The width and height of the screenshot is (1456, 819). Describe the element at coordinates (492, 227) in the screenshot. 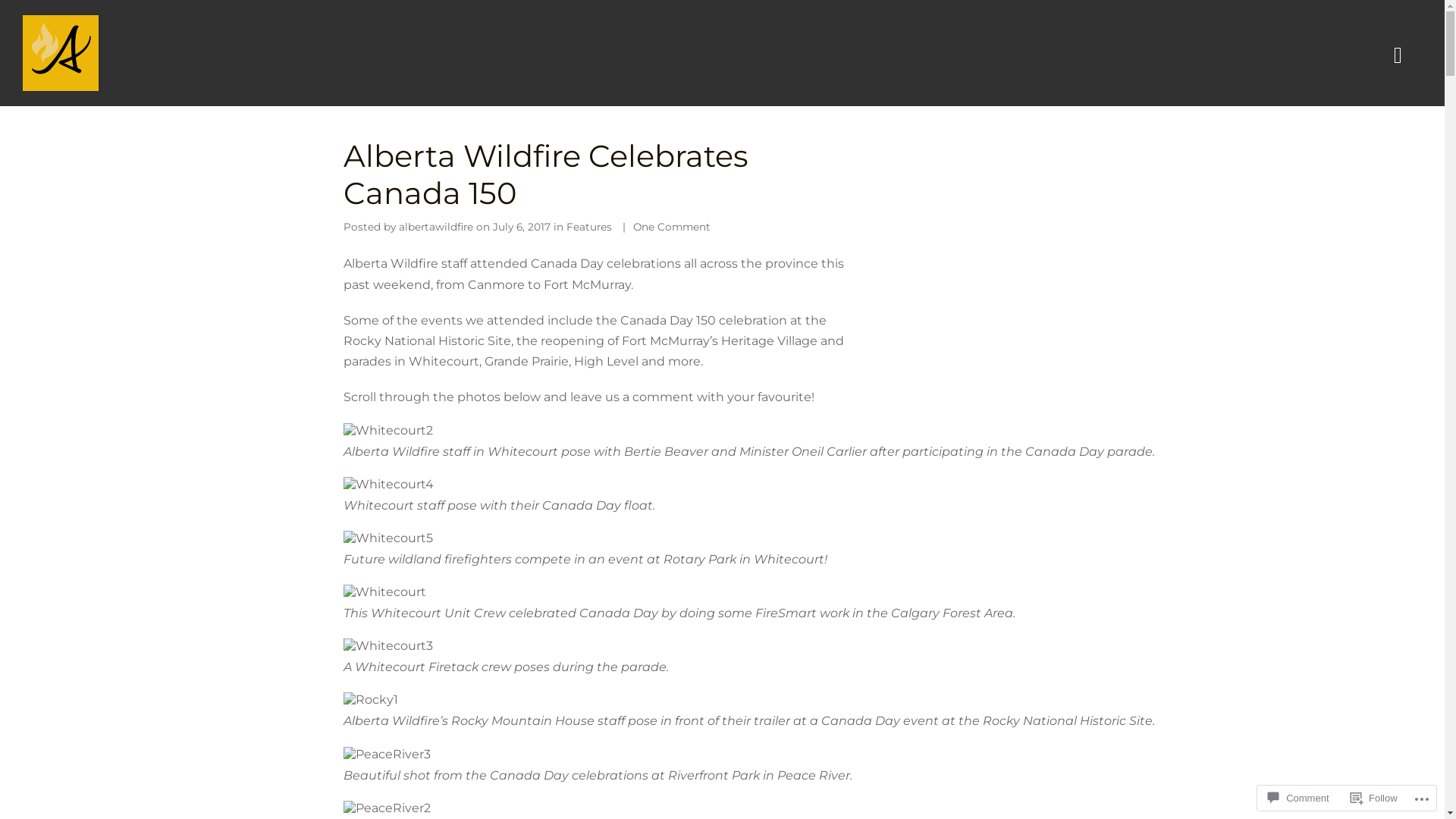

I see `'July 6, 2017'` at that location.